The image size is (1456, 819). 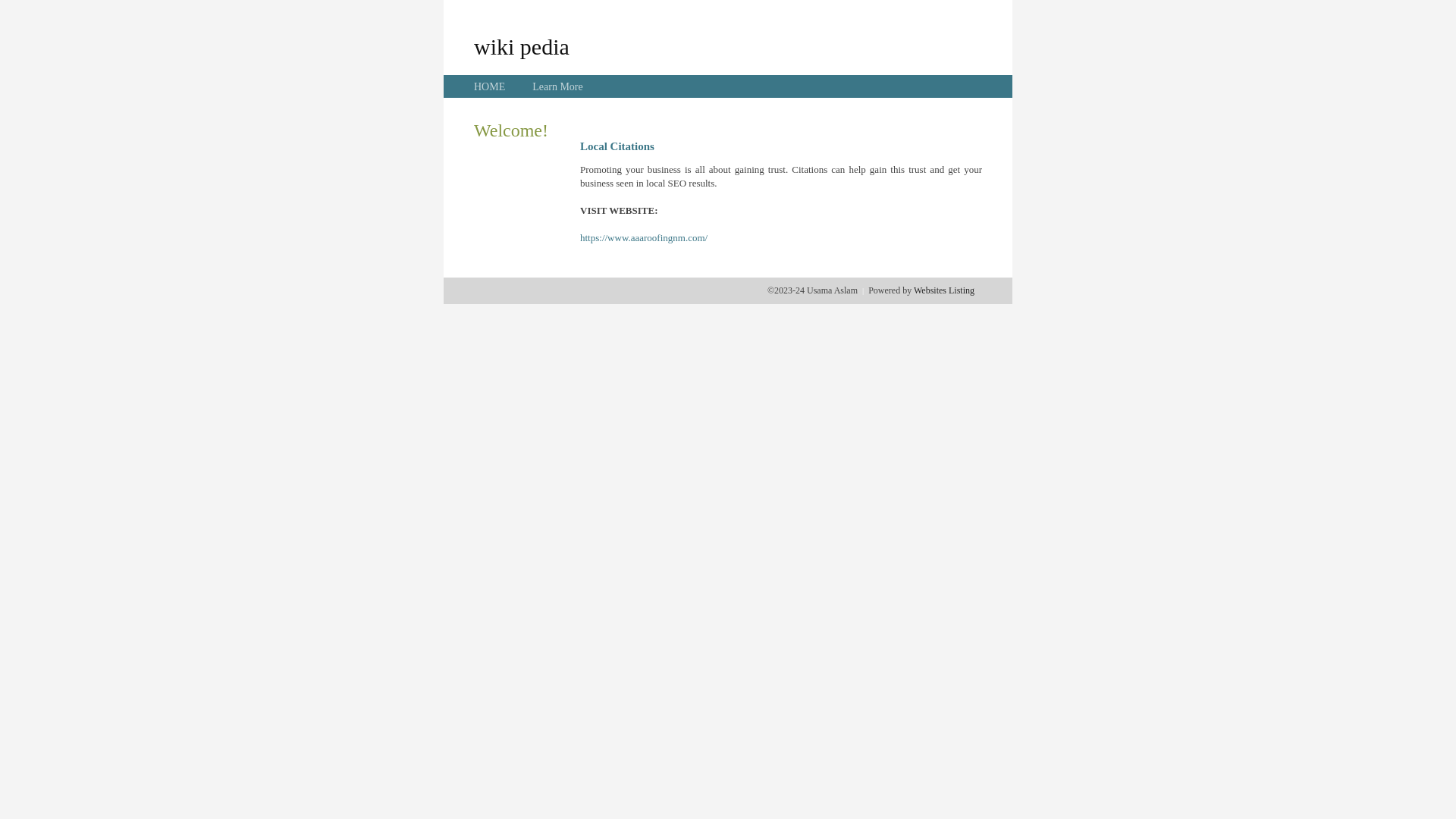 I want to click on 'https://www.aaaroofingnm.com/', so click(x=579, y=237).